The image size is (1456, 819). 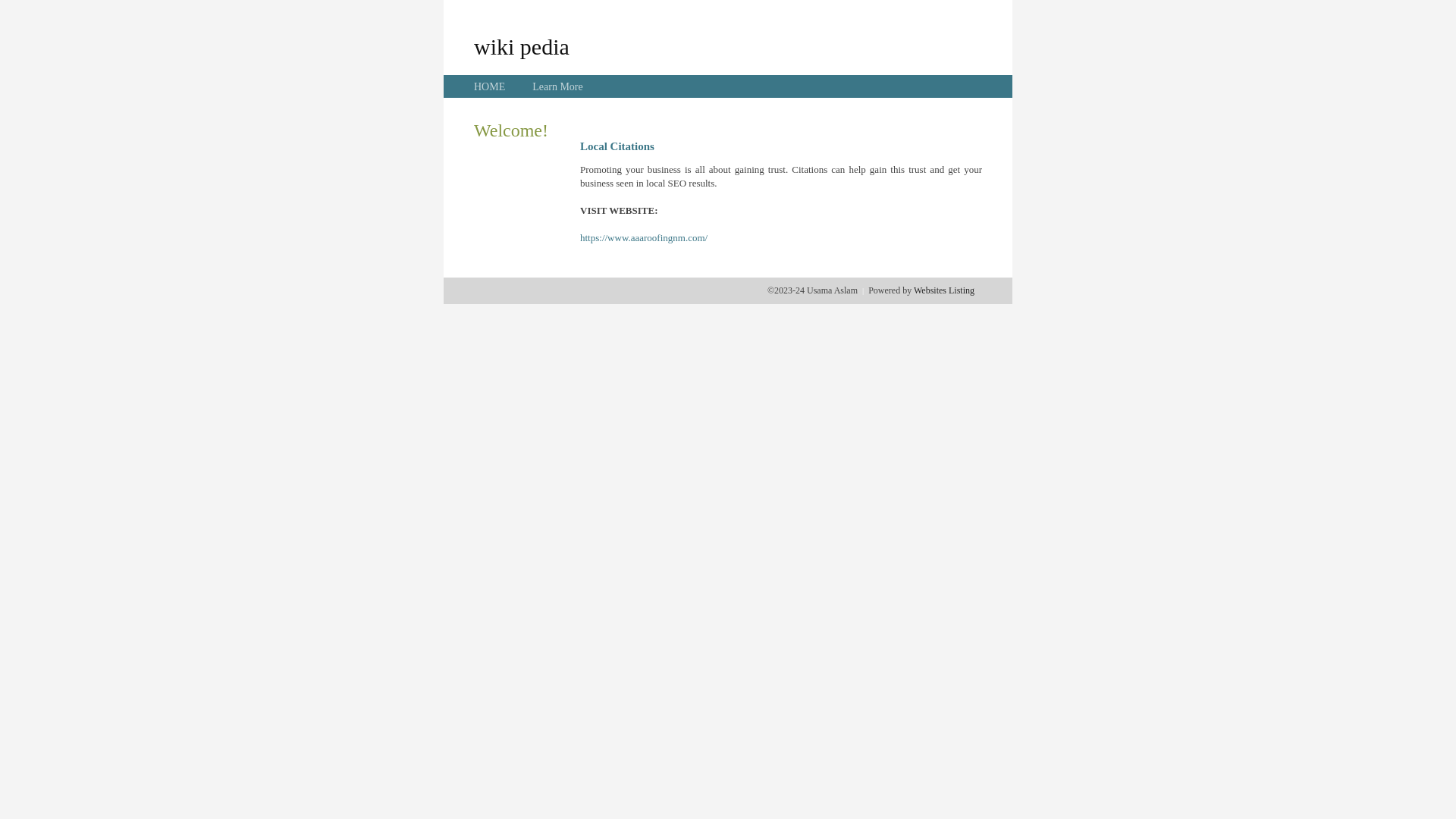 I want to click on 'https://www.aaaroofingnm.com/', so click(x=579, y=237).